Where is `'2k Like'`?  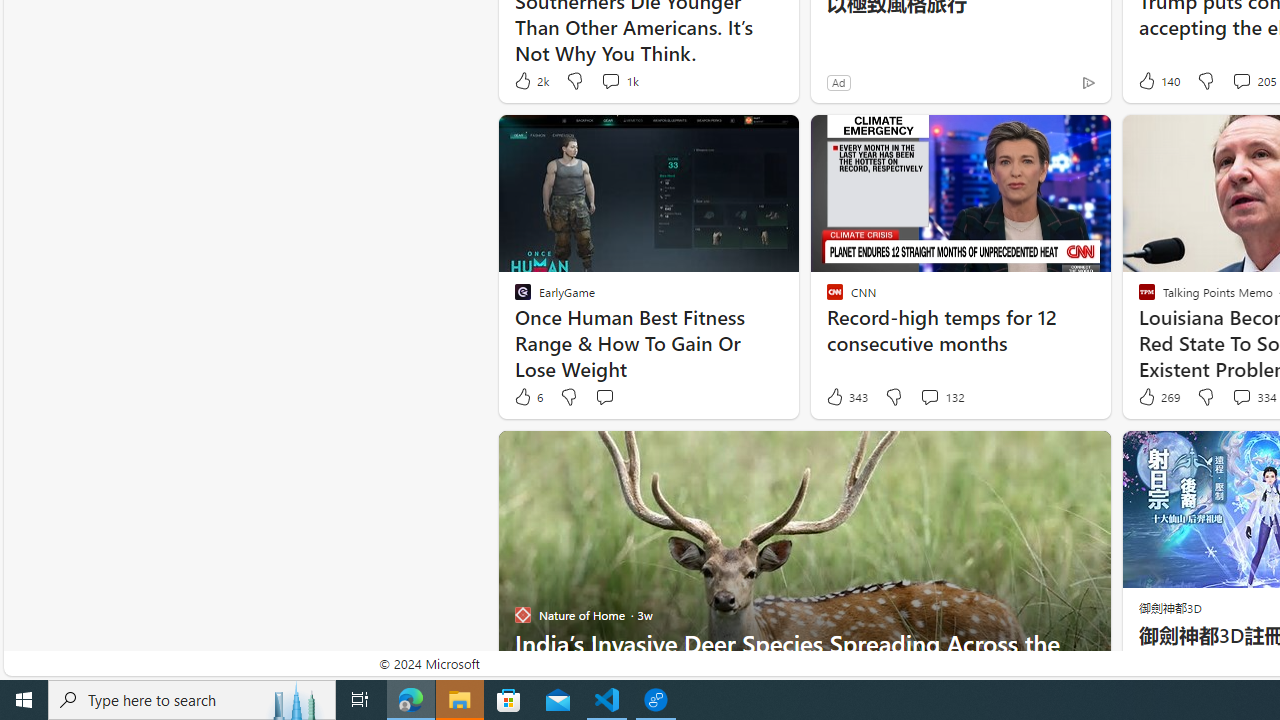 '2k Like' is located at coordinates (530, 80).